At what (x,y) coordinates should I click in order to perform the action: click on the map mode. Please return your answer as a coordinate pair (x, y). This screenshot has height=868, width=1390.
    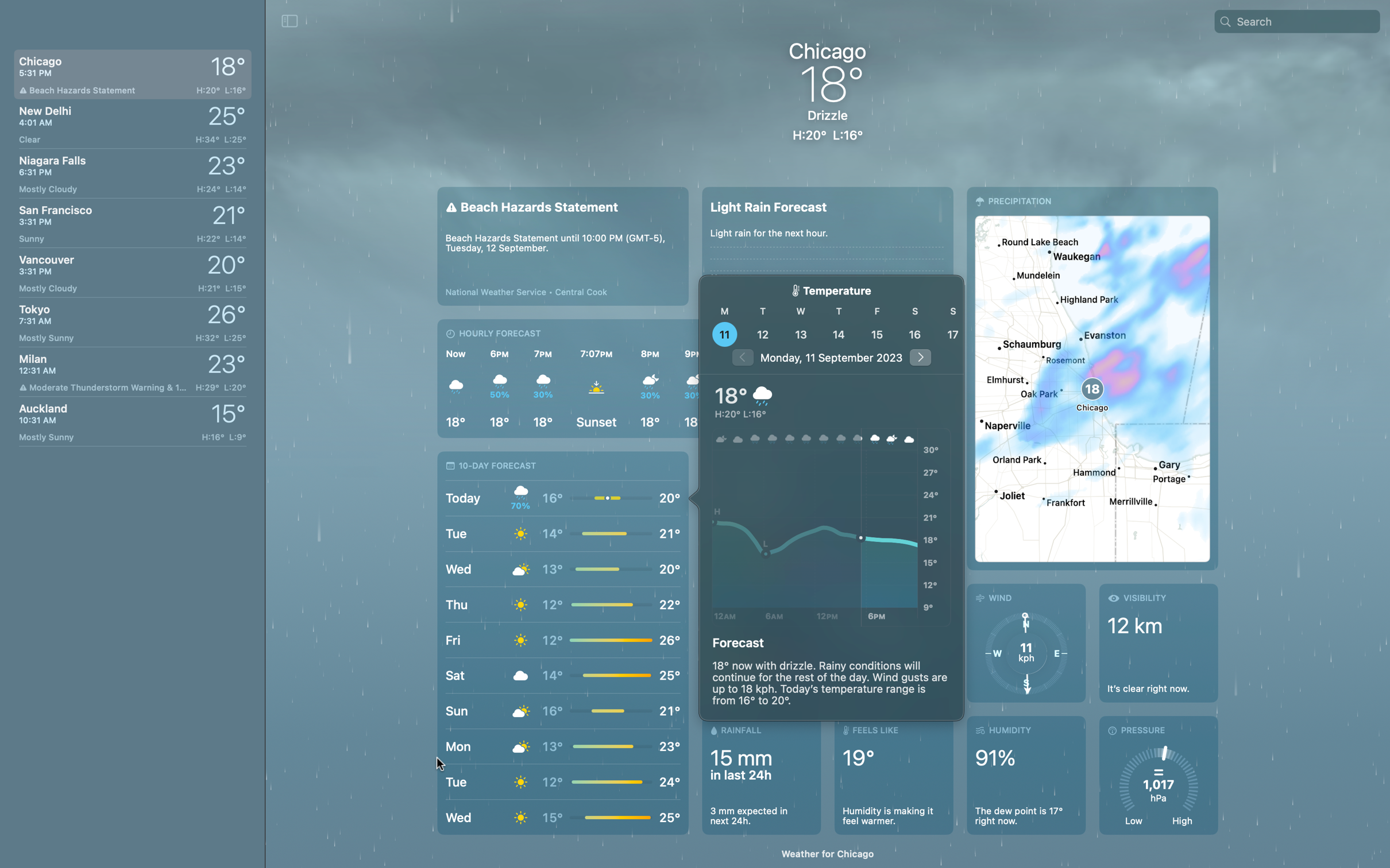
    Looking at the image, I should click on (1091, 377).